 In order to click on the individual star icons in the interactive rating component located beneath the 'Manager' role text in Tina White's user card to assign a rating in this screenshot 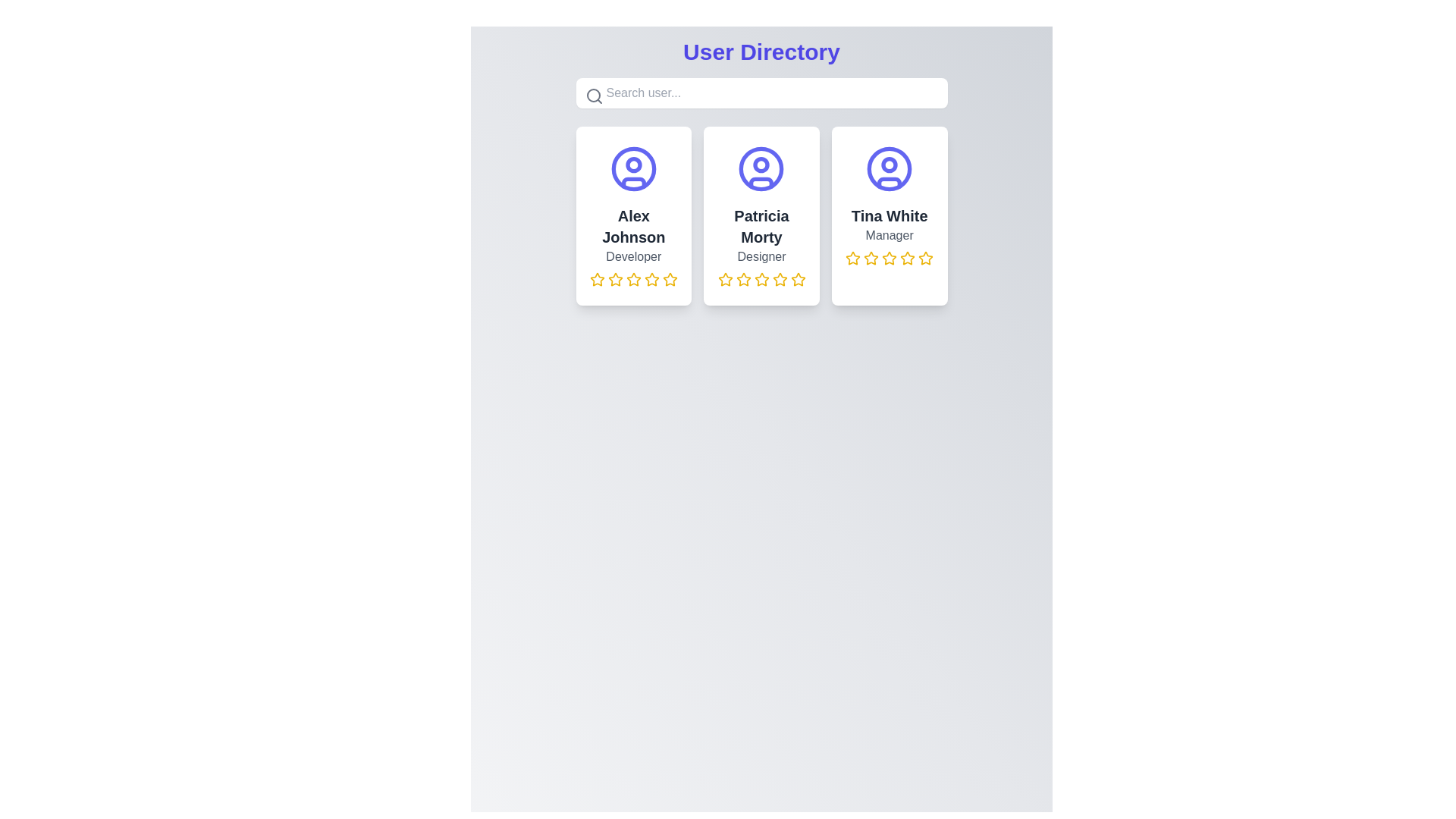, I will do `click(890, 257)`.